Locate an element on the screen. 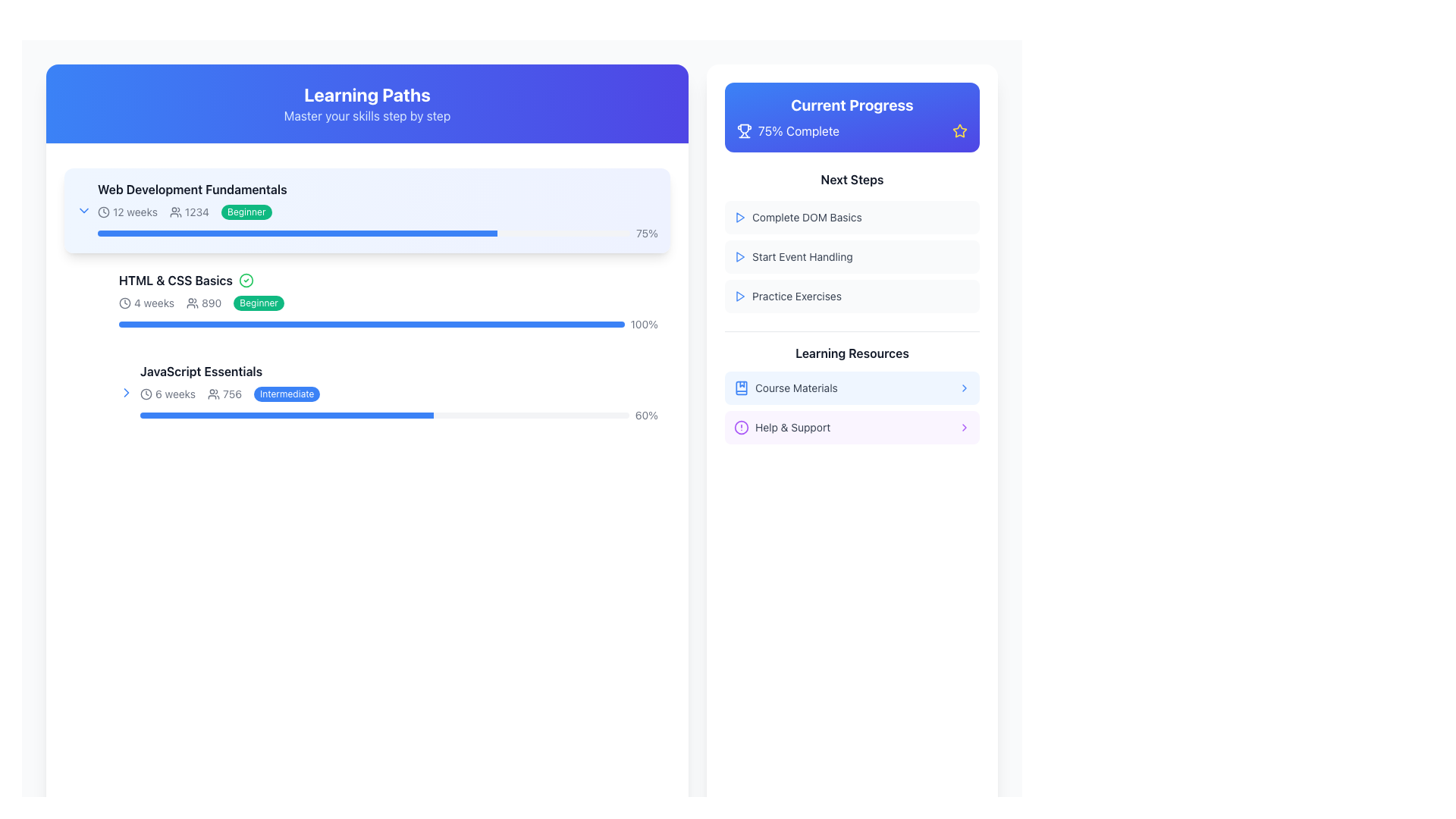 Image resolution: width=1456 pixels, height=819 pixels. the Course summary item for 'JavaScript Essentials' is located at coordinates (388, 391).